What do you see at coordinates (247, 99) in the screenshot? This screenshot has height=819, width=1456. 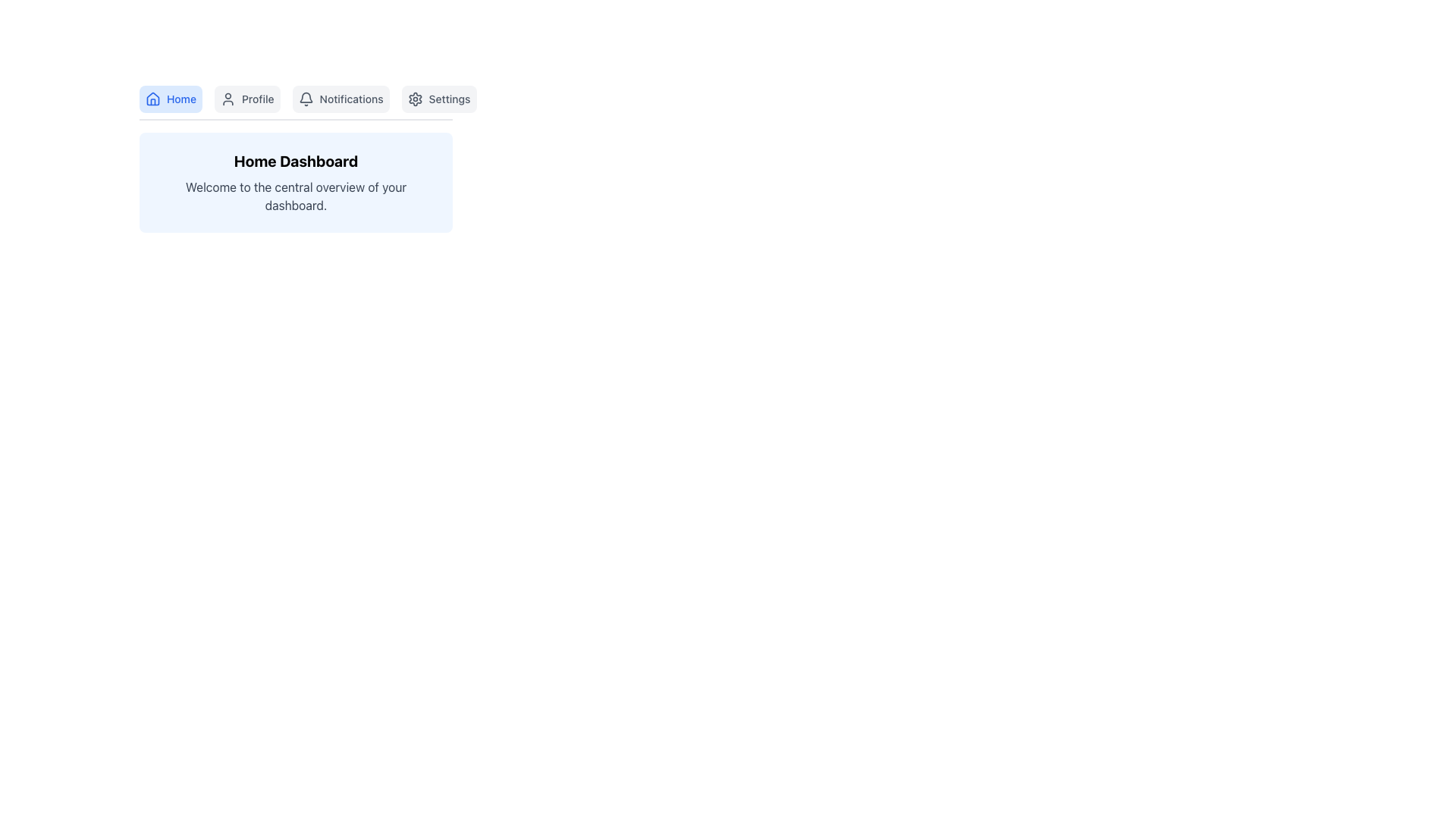 I see `the 'Profile' button, which is the second button in the navigation menu` at bounding box center [247, 99].